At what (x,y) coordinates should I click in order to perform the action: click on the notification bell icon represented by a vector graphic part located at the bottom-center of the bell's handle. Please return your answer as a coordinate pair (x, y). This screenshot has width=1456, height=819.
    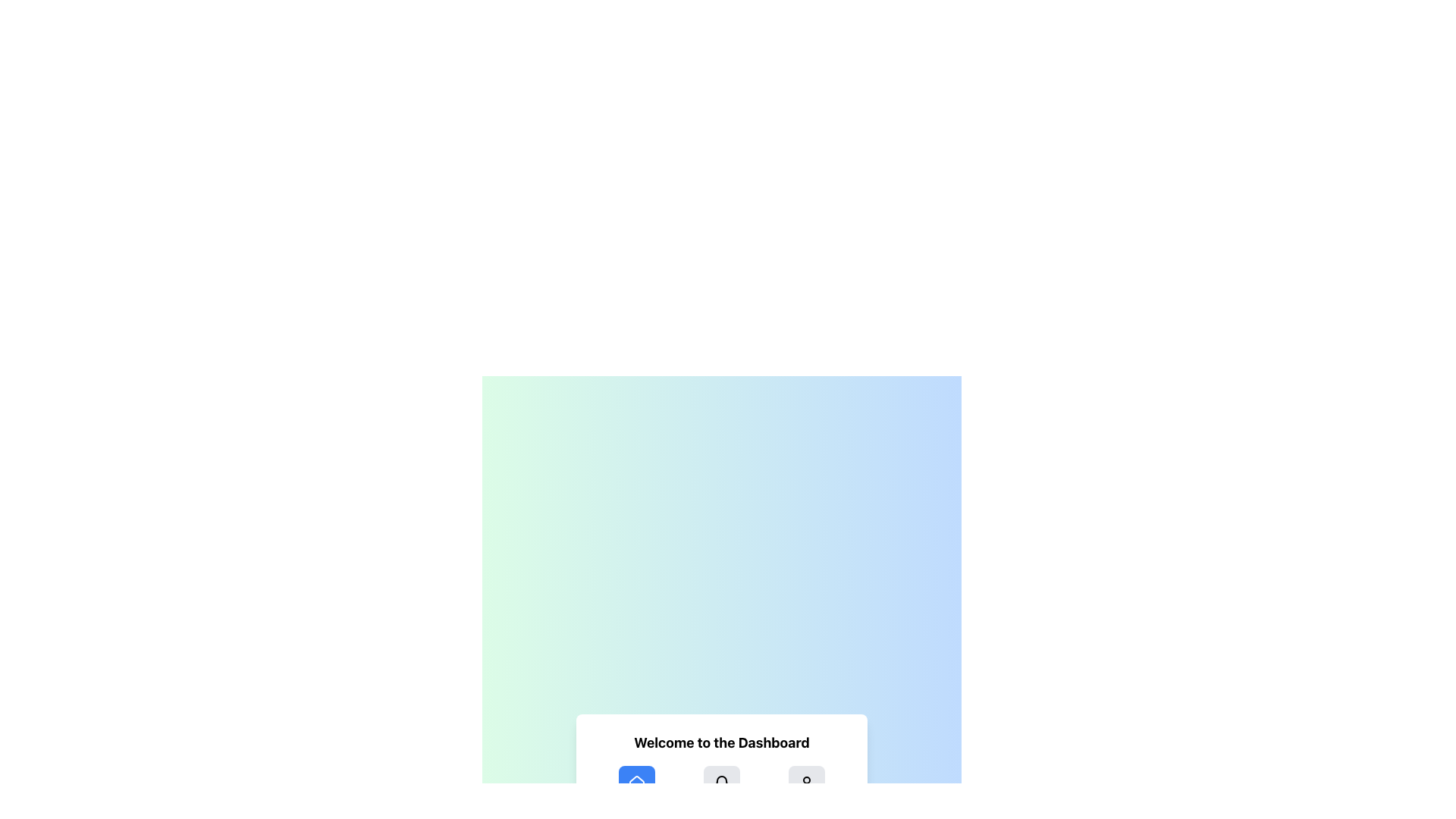
    Looking at the image, I should click on (720, 782).